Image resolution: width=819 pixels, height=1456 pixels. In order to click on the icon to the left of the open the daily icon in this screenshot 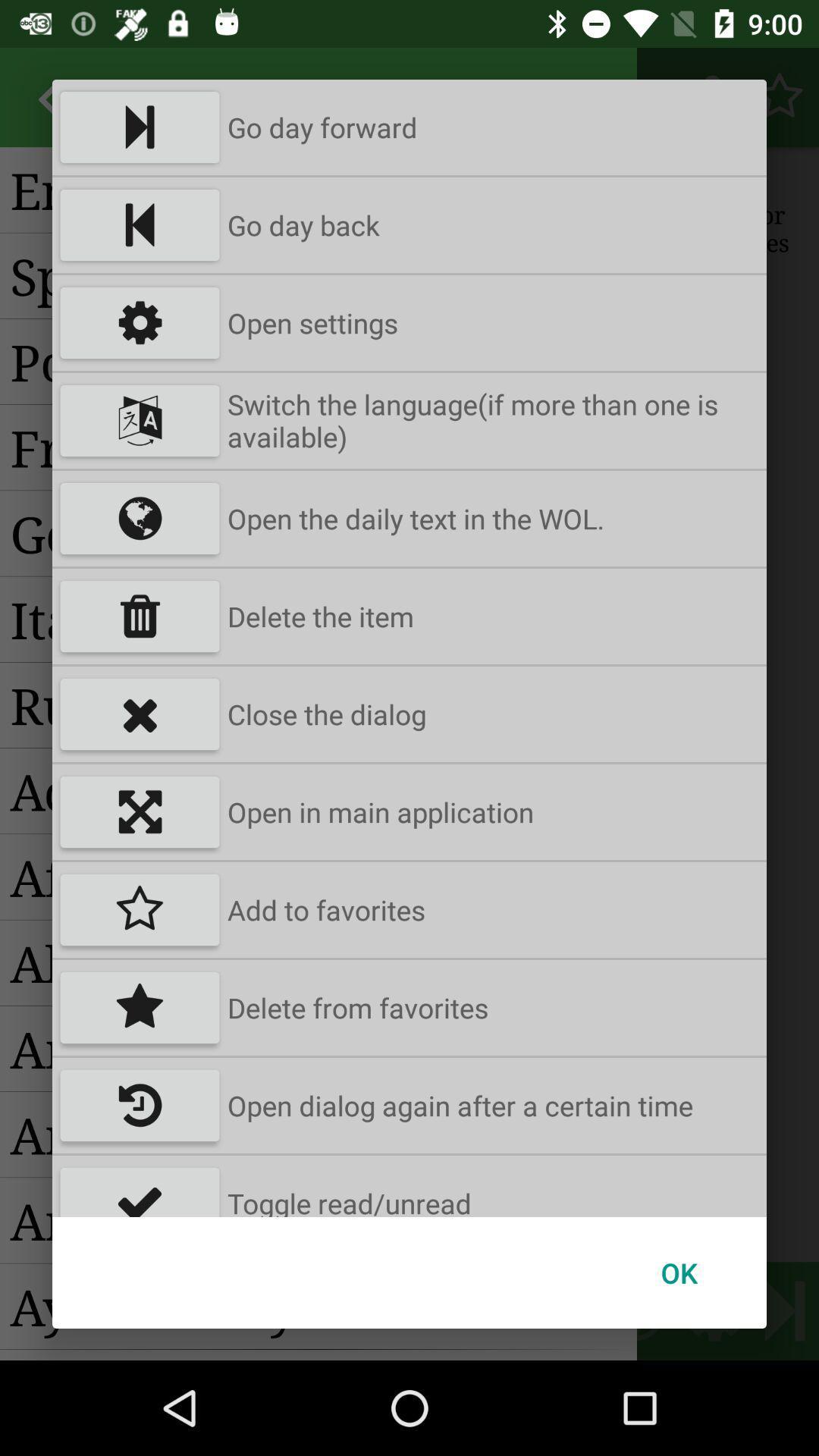, I will do `click(140, 519)`.